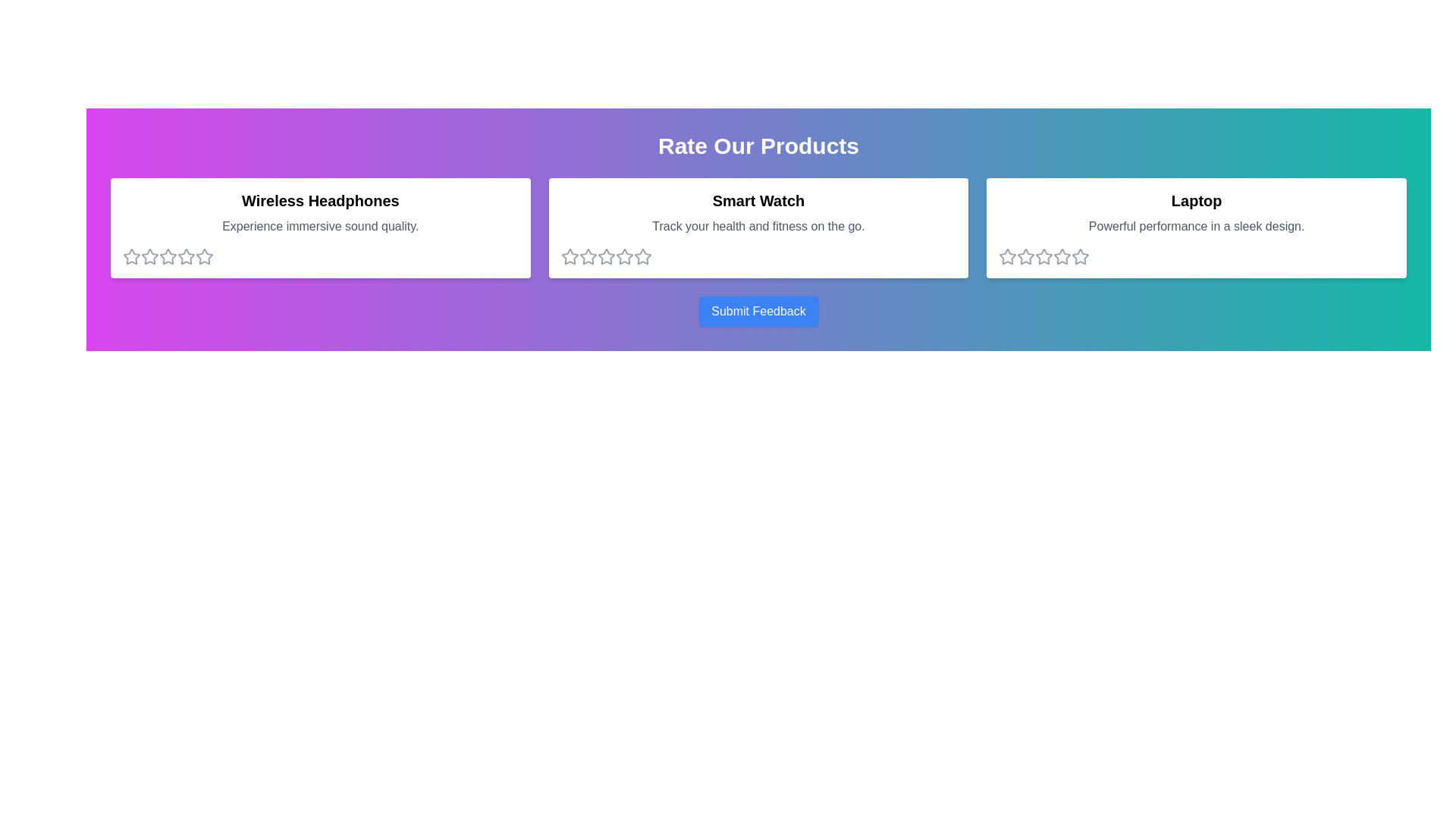 The image size is (1456, 819). I want to click on the 1 star for the product Smart Watch to set its rating, so click(568, 256).